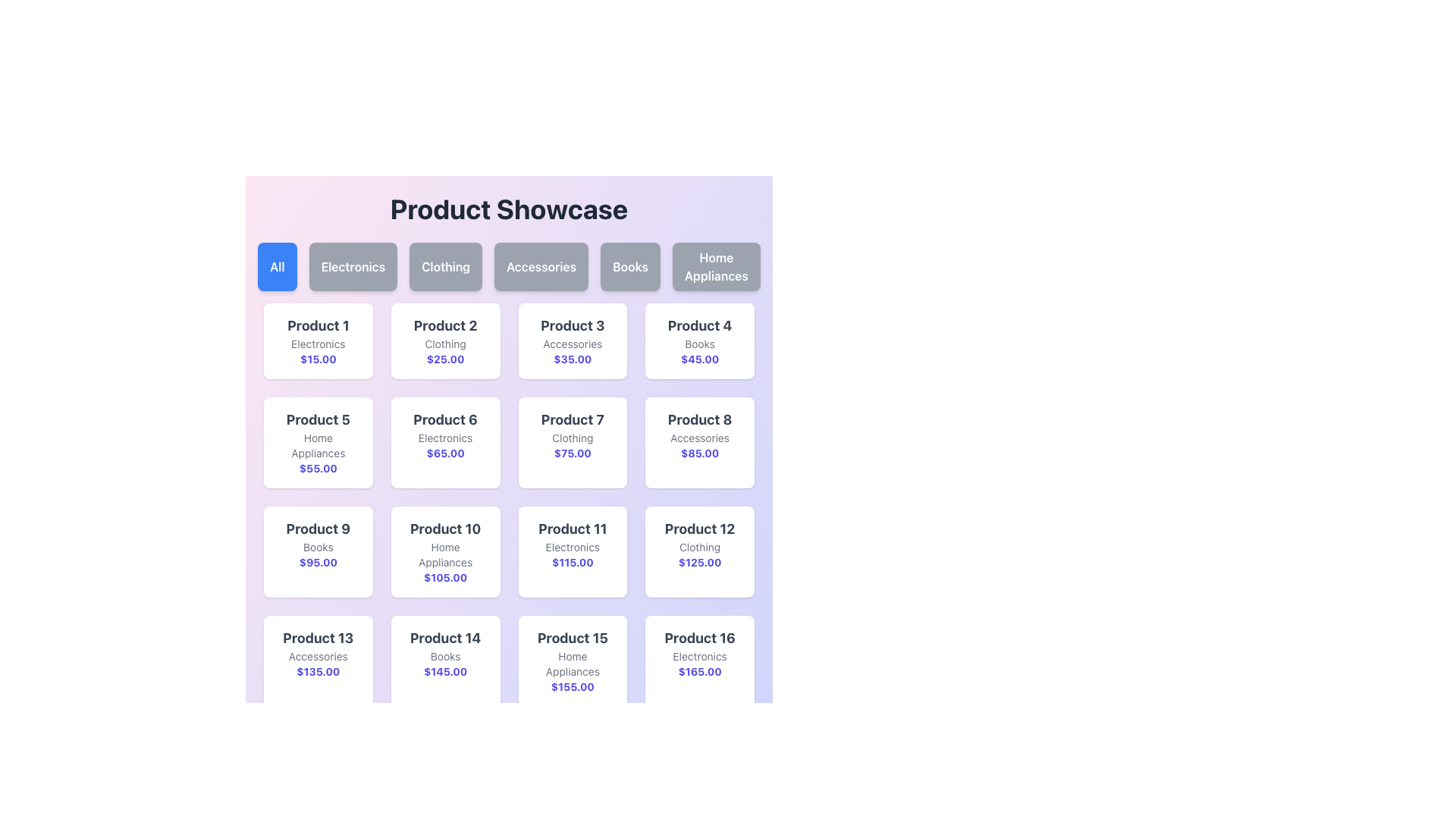 The height and width of the screenshot is (819, 1456). I want to click on the text label displaying 'Product 13' in bold dark gray, located in the bottom-left corner of the thirteenth product card above the 'Accessories' label and the price '$135.00', so click(317, 638).